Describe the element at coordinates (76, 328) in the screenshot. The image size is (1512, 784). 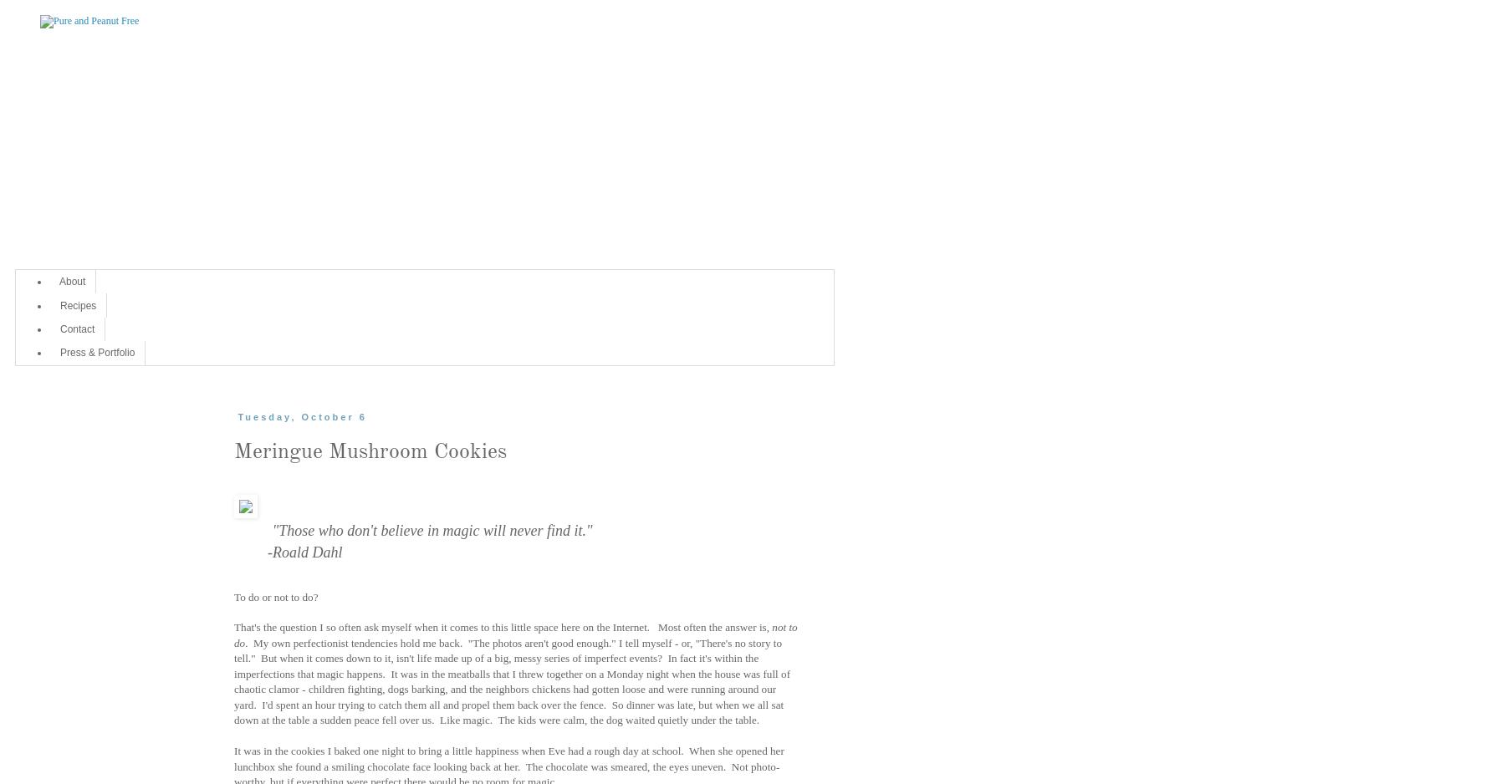
I see `'Contact'` at that location.